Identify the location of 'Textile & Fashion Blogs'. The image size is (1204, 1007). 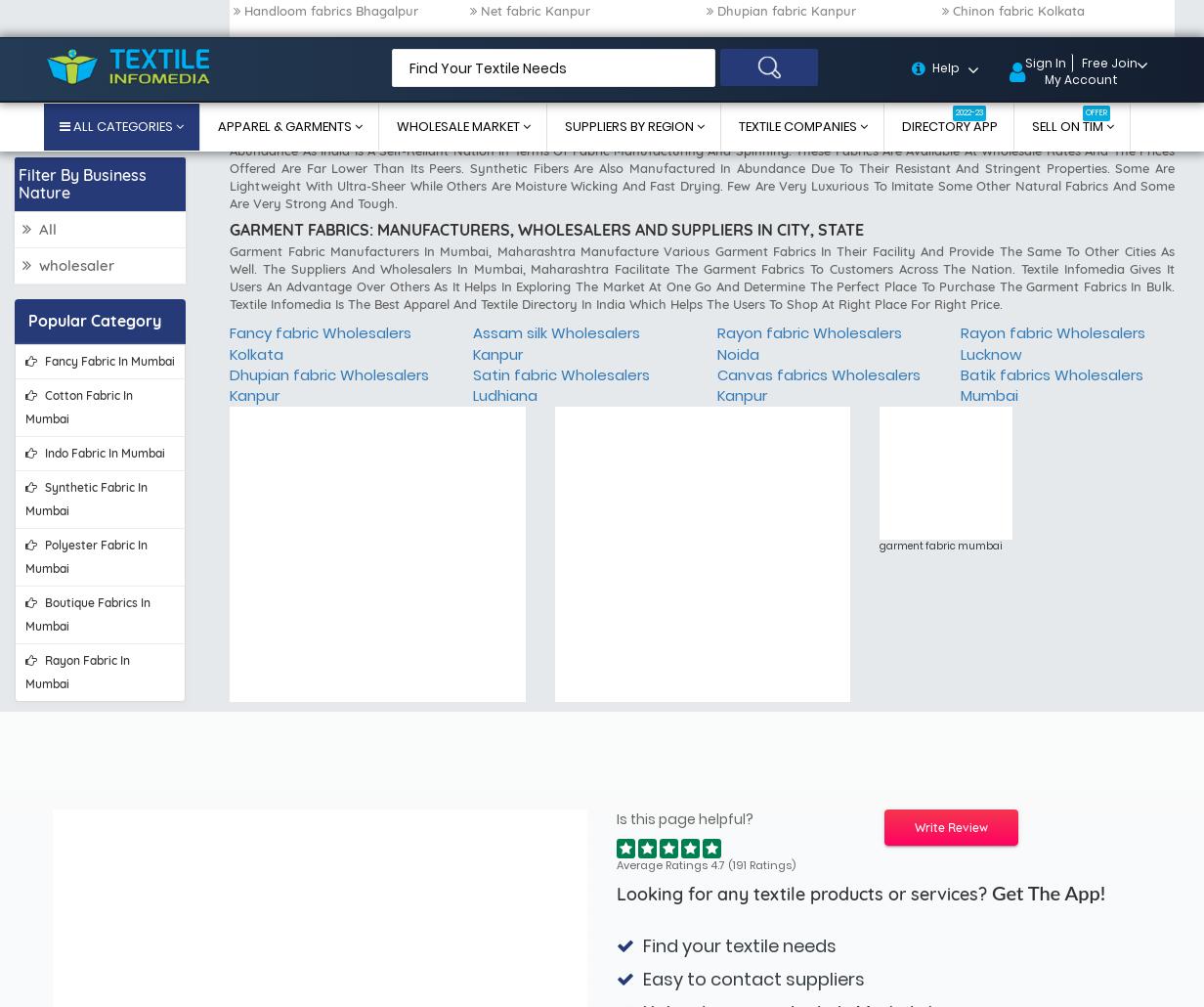
(921, 968).